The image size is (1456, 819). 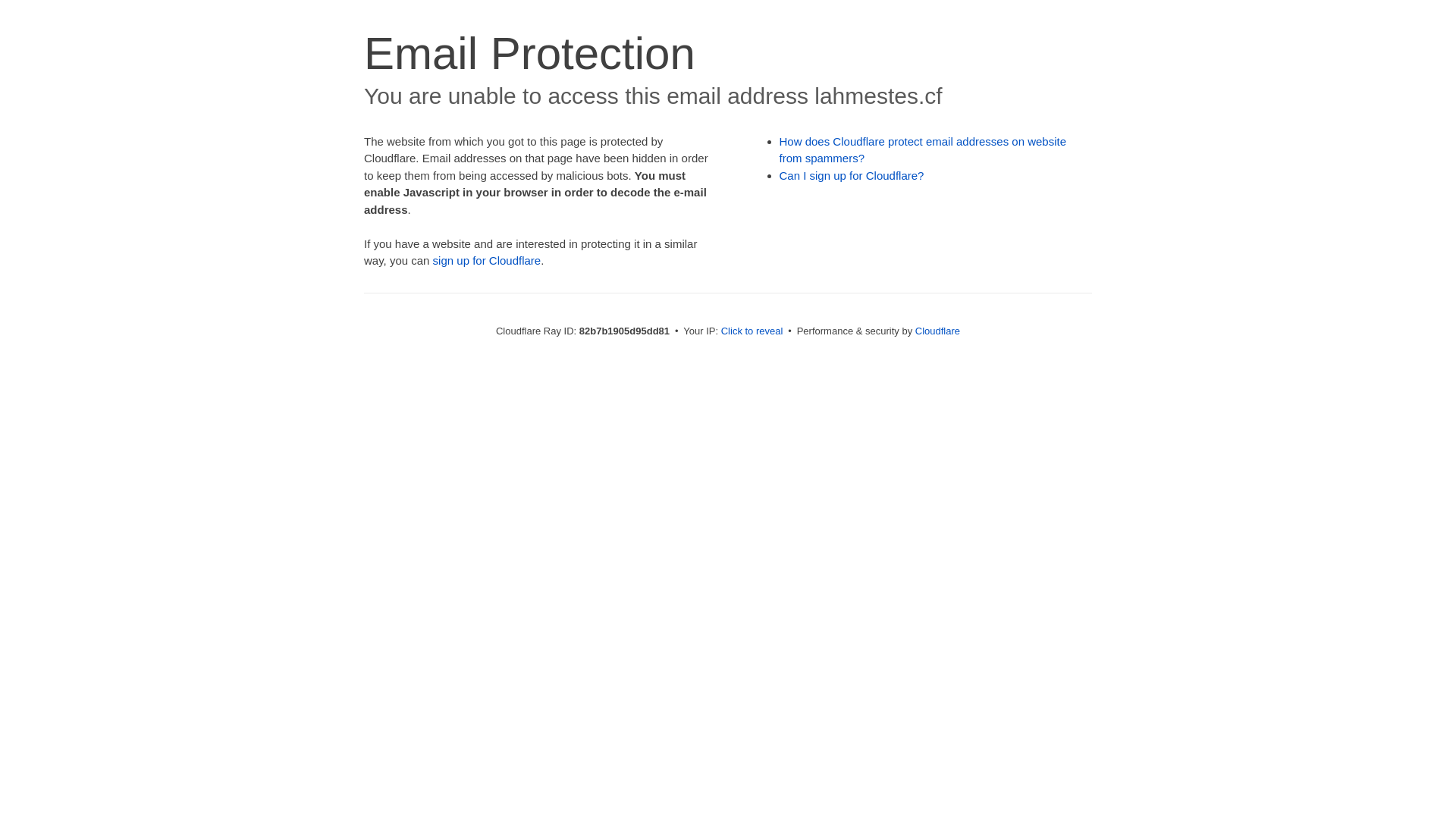 I want to click on 'Click to reveal', so click(x=752, y=330).